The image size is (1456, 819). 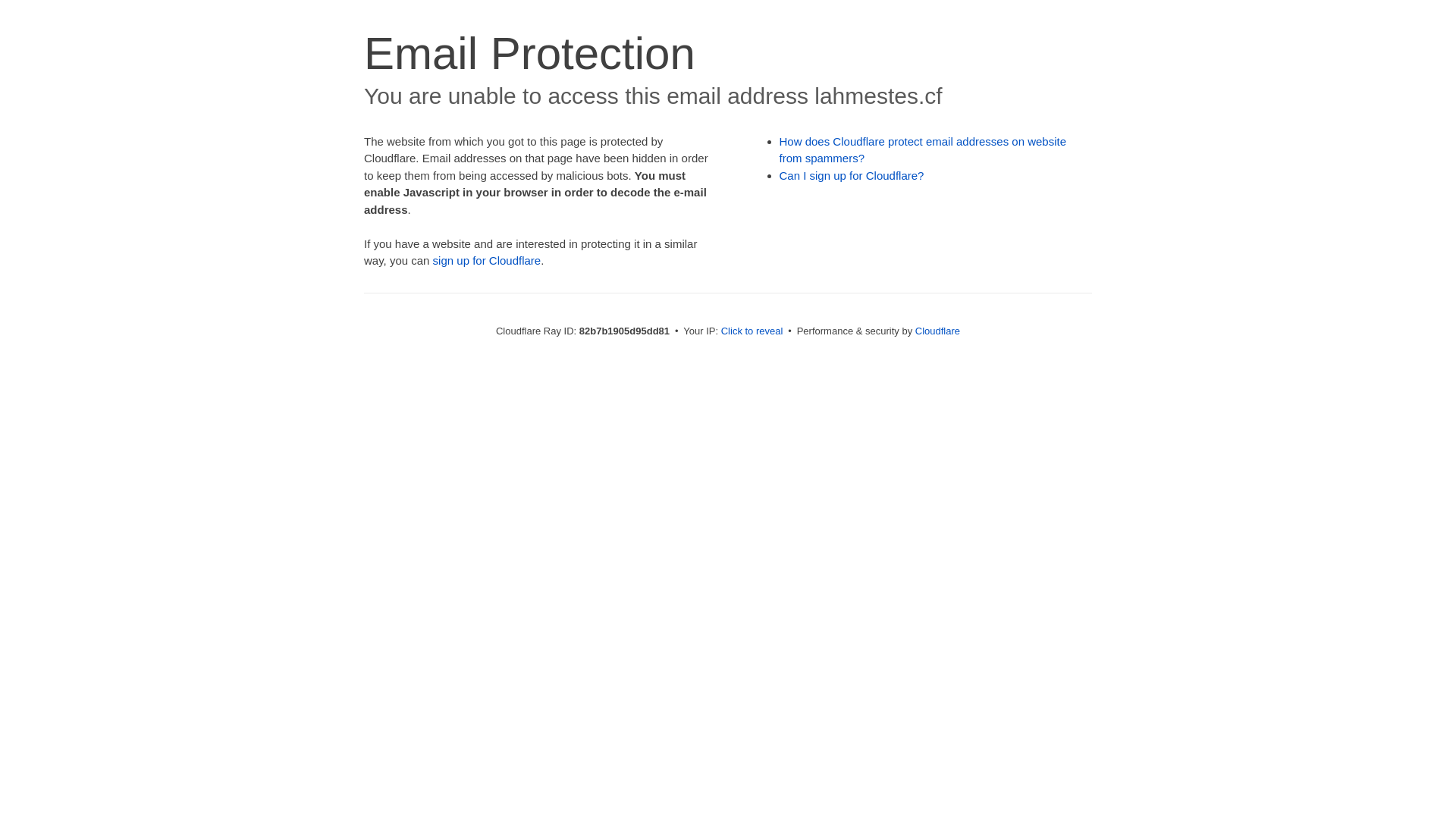 I want to click on 'Click to reveal', so click(x=752, y=330).